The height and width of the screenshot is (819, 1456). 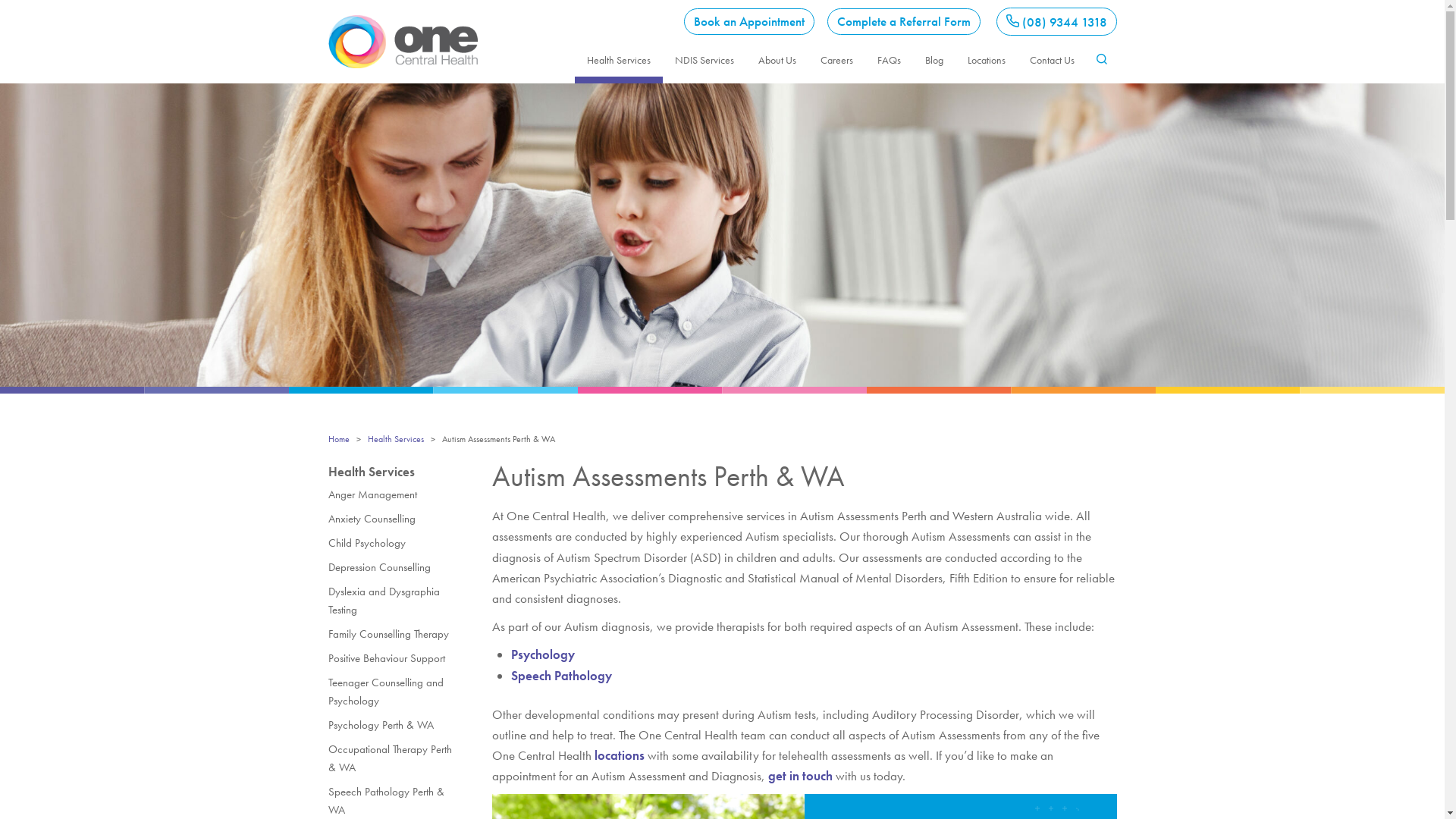 I want to click on 'Psychology Perth & WA', so click(x=327, y=724).